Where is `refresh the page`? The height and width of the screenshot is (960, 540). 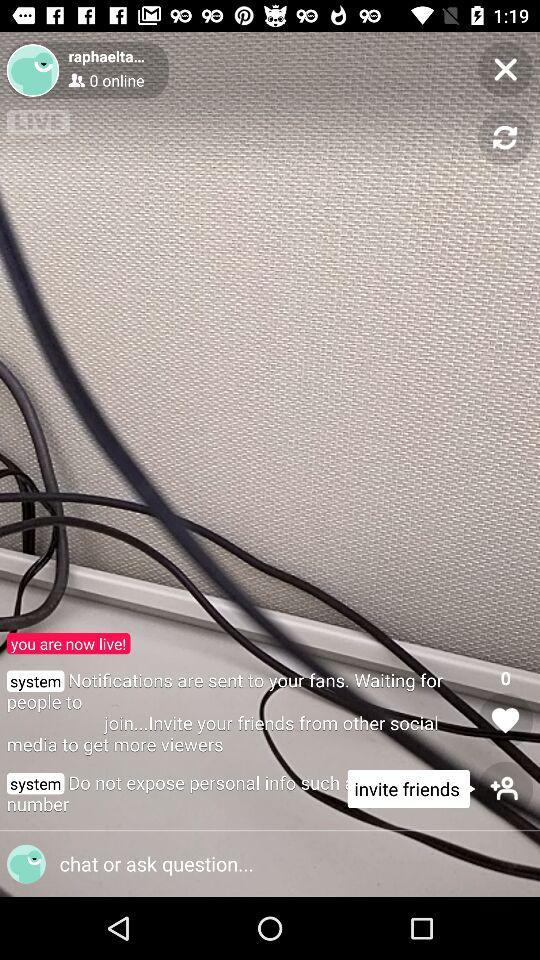 refresh the page is located at coordinates (504, 137).